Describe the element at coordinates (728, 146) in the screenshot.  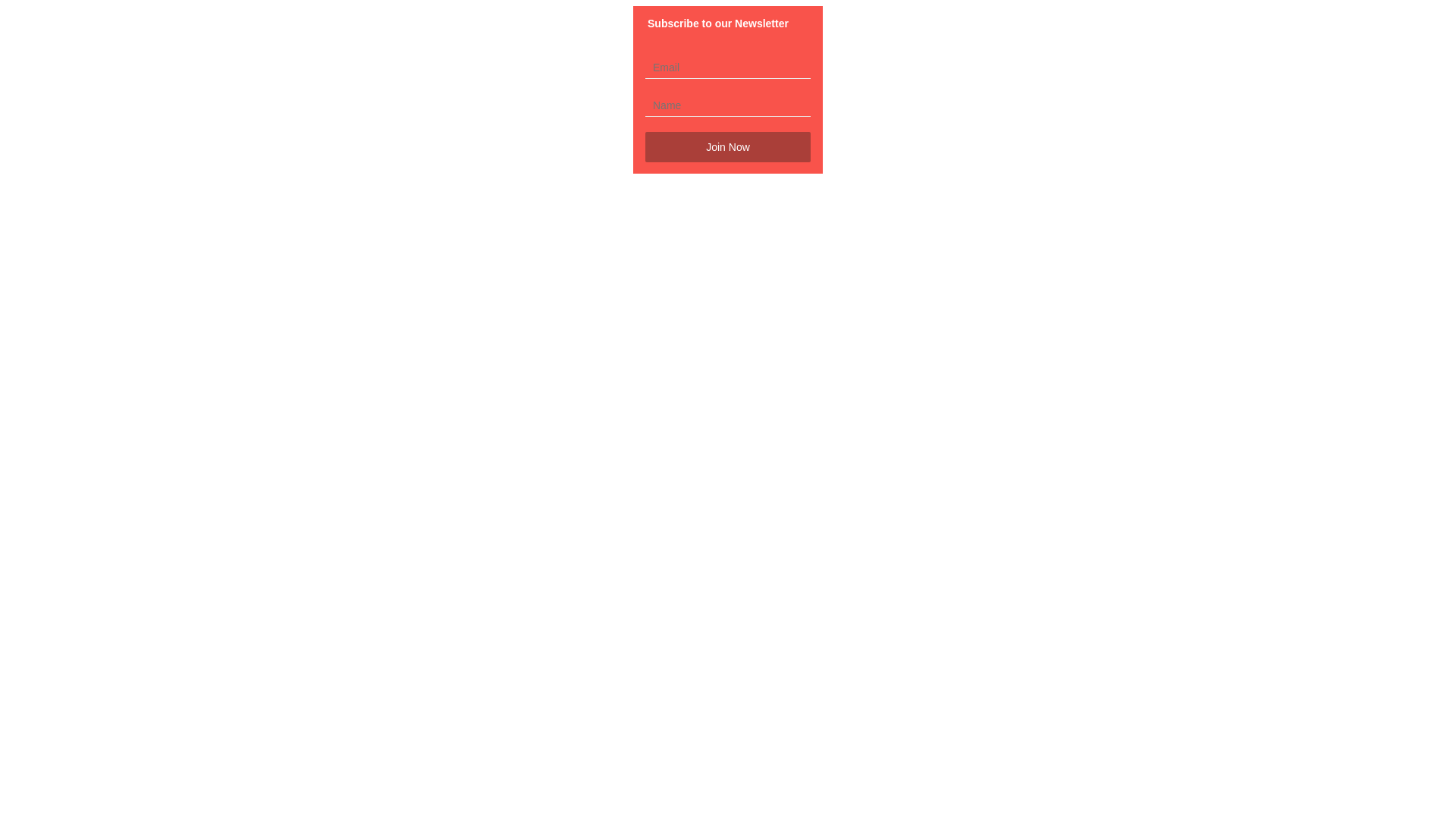
I see `'Join Now'` at that location.